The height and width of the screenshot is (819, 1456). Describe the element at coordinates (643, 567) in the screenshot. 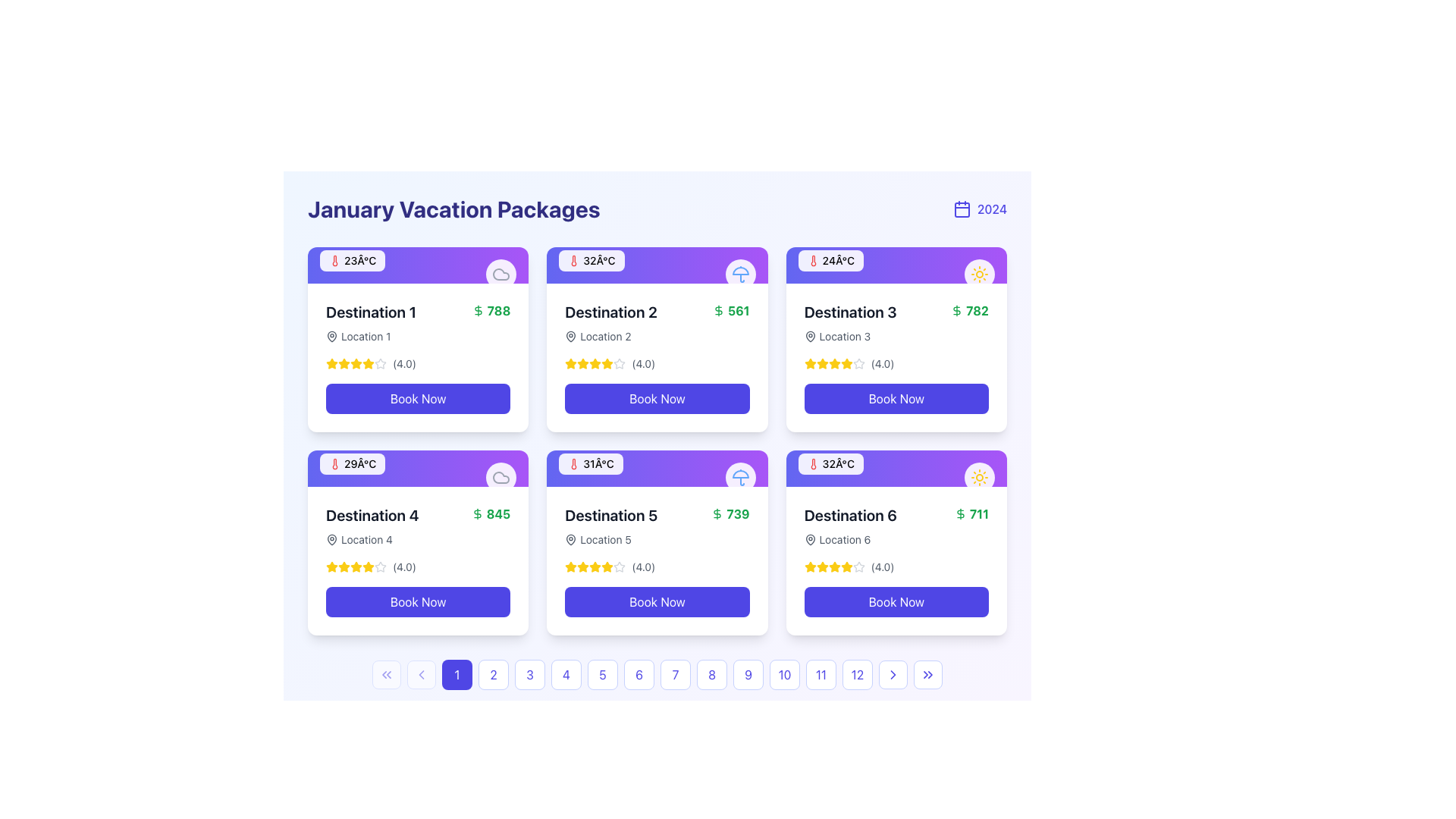

I see `text content of the text label displaying '(4.0)' next to the star rating for the fifth vacation package (Destination 5)` at that location.